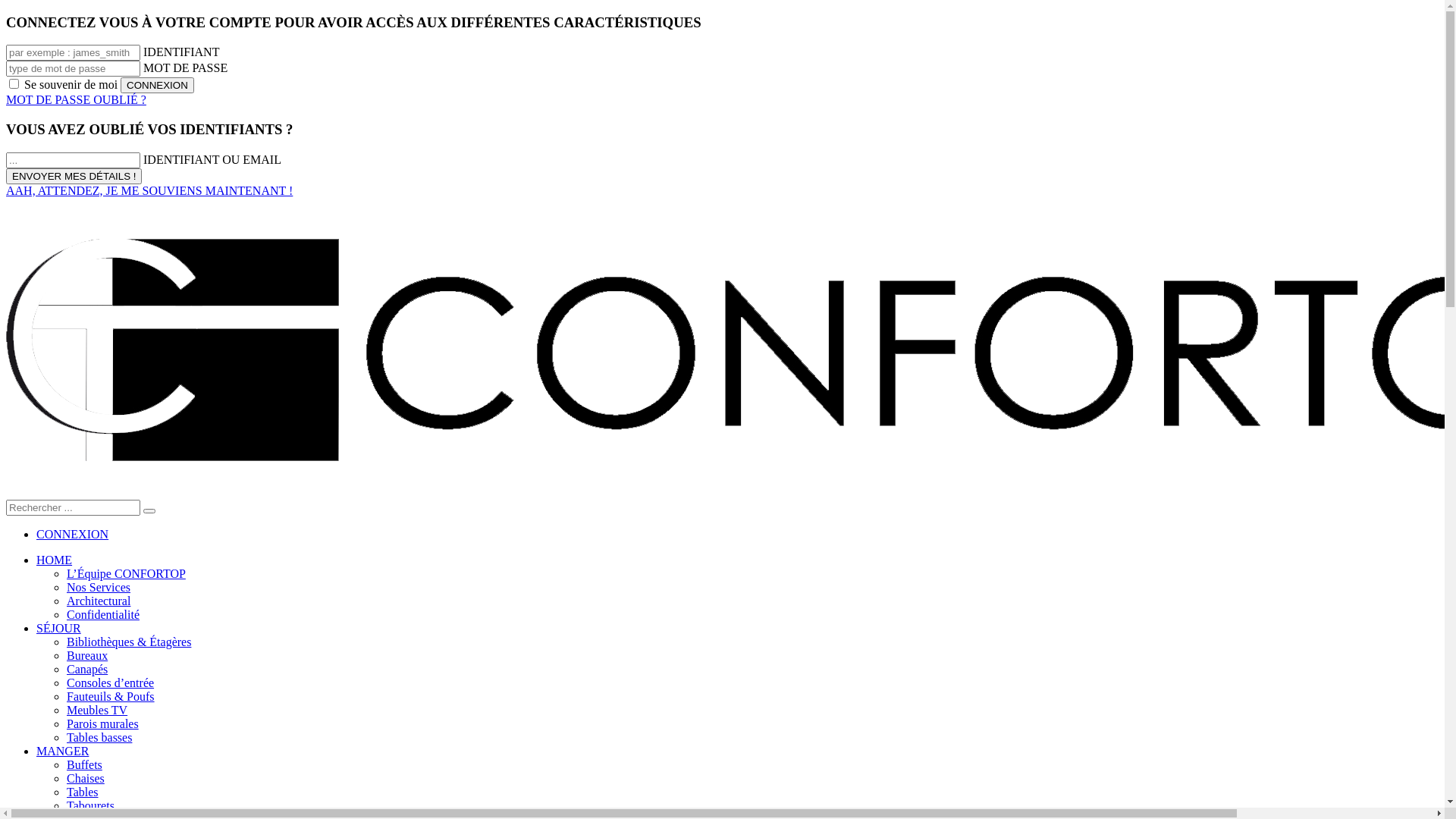 The height and width of the screenshot is (819, 1456). What do you see at coordinates (97, 600) in the screenshot?
I see `'Architectural'` at bounding box center [97, 600].